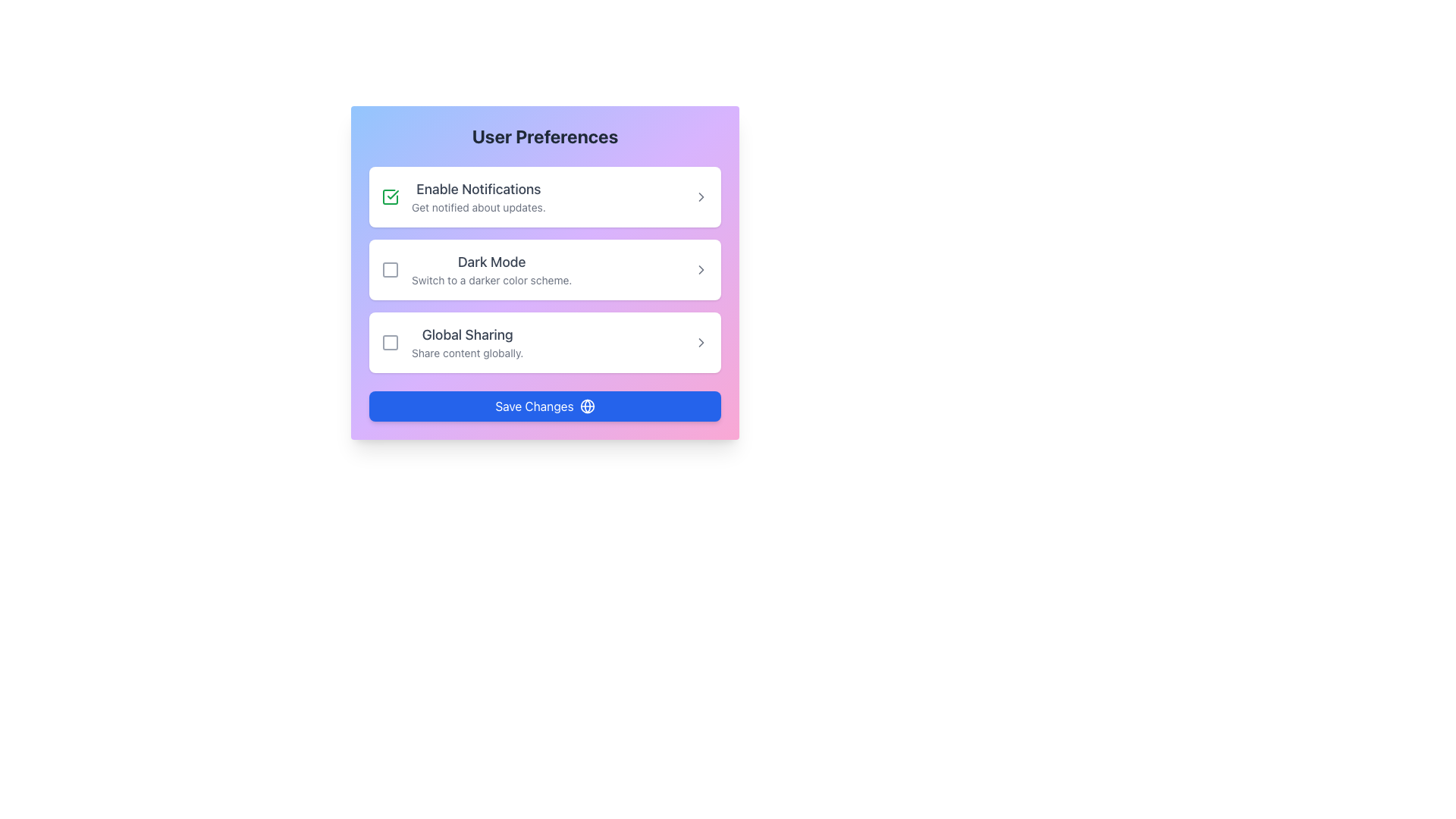 Image resolution: width=1456 pixels, height=819 pixels. Describe the element at coordinates (466, 334) in the screenshot. I see `the 'Global Sharing' label, which is a bold, dark gray text element located at the top of the third option group in the 'User Preferences' section` at that location.